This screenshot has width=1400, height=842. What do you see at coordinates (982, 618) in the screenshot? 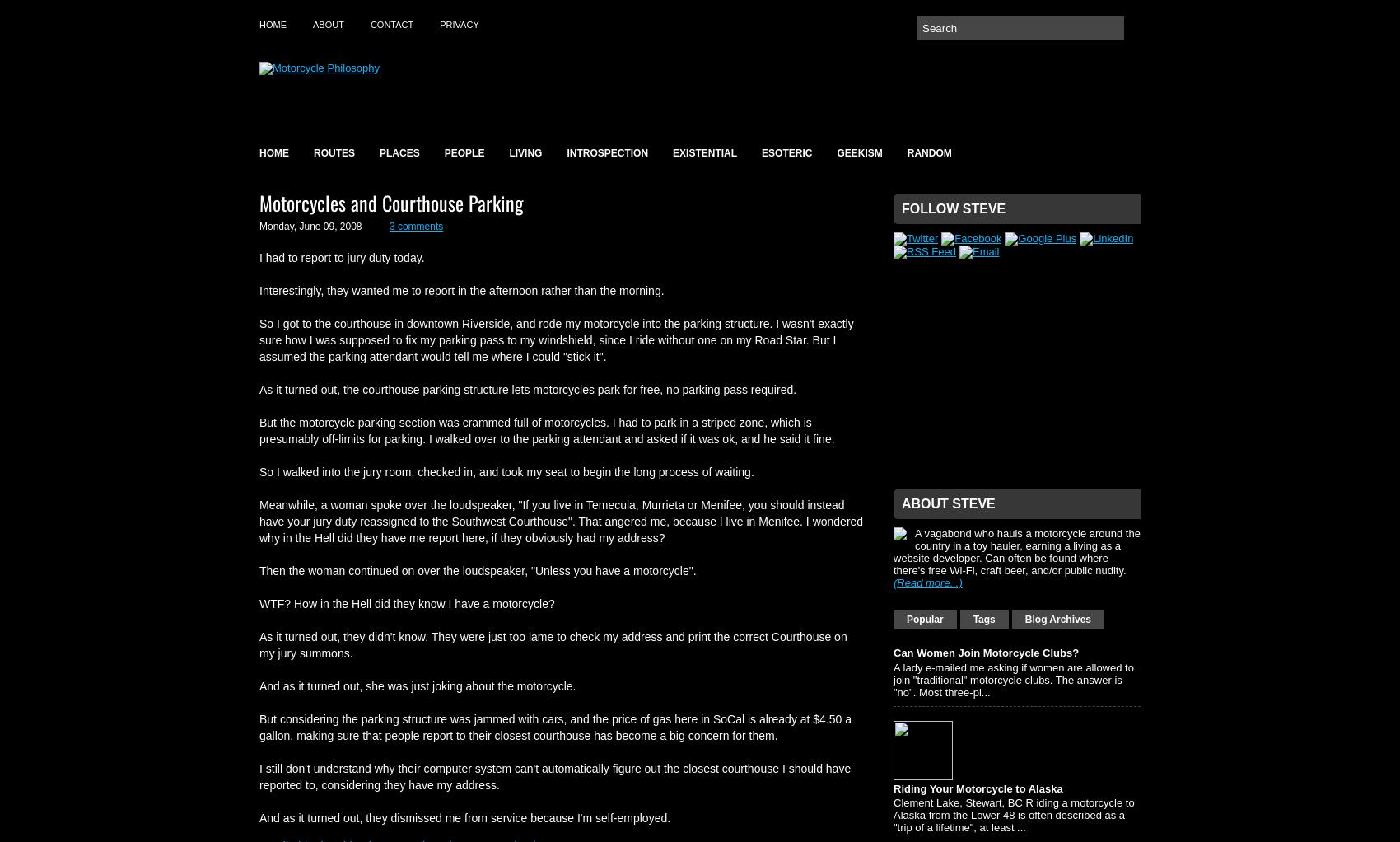
I see `'Tags'` at bounding box center [982, 618].